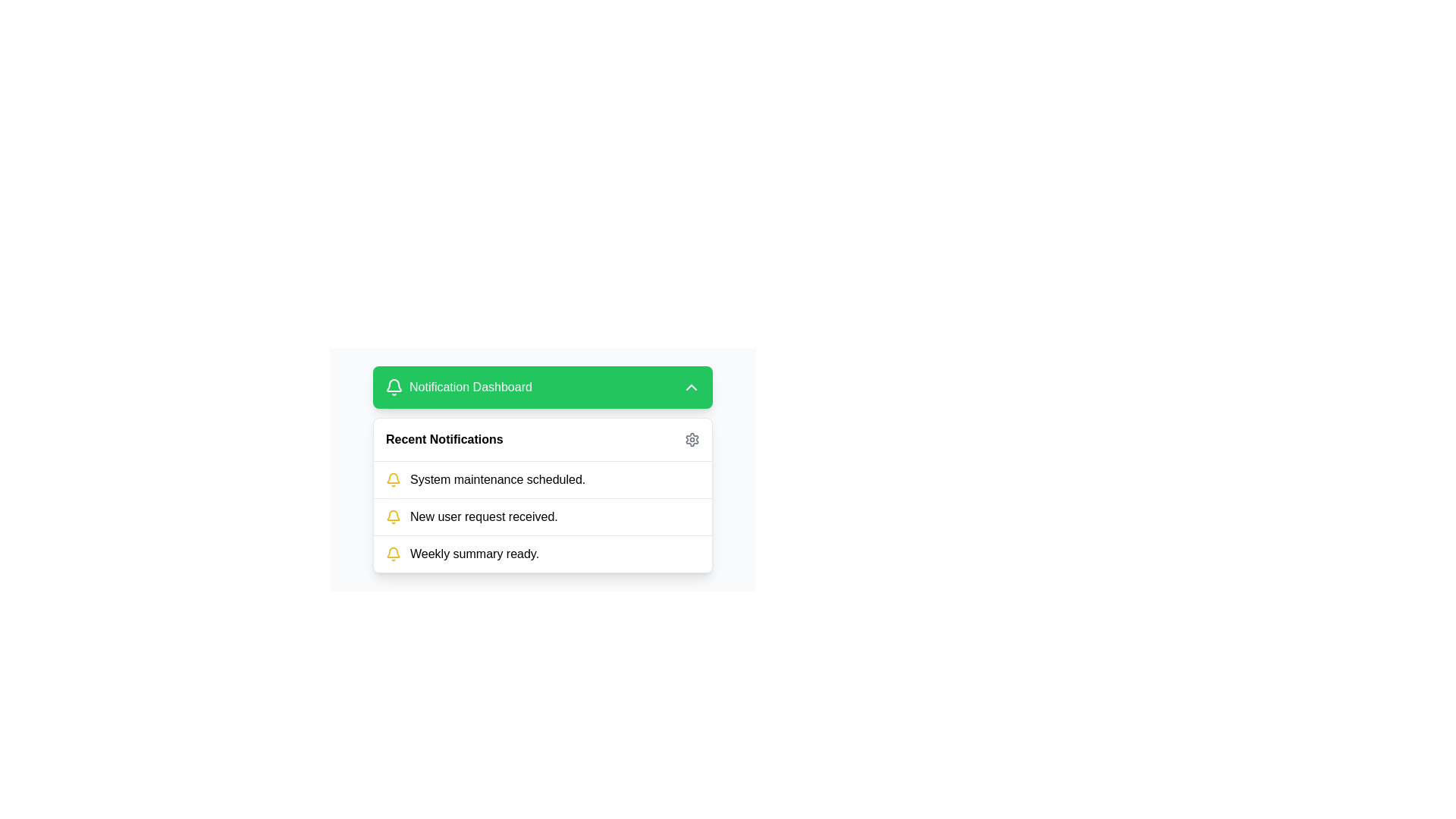  Describe the element at coordinates (474, 554) in the screenshot. I see `the text label displaying 'Weekly summary ready.' located in the bottom row of the notification panel under 'Recent Notifications.'` at that location.